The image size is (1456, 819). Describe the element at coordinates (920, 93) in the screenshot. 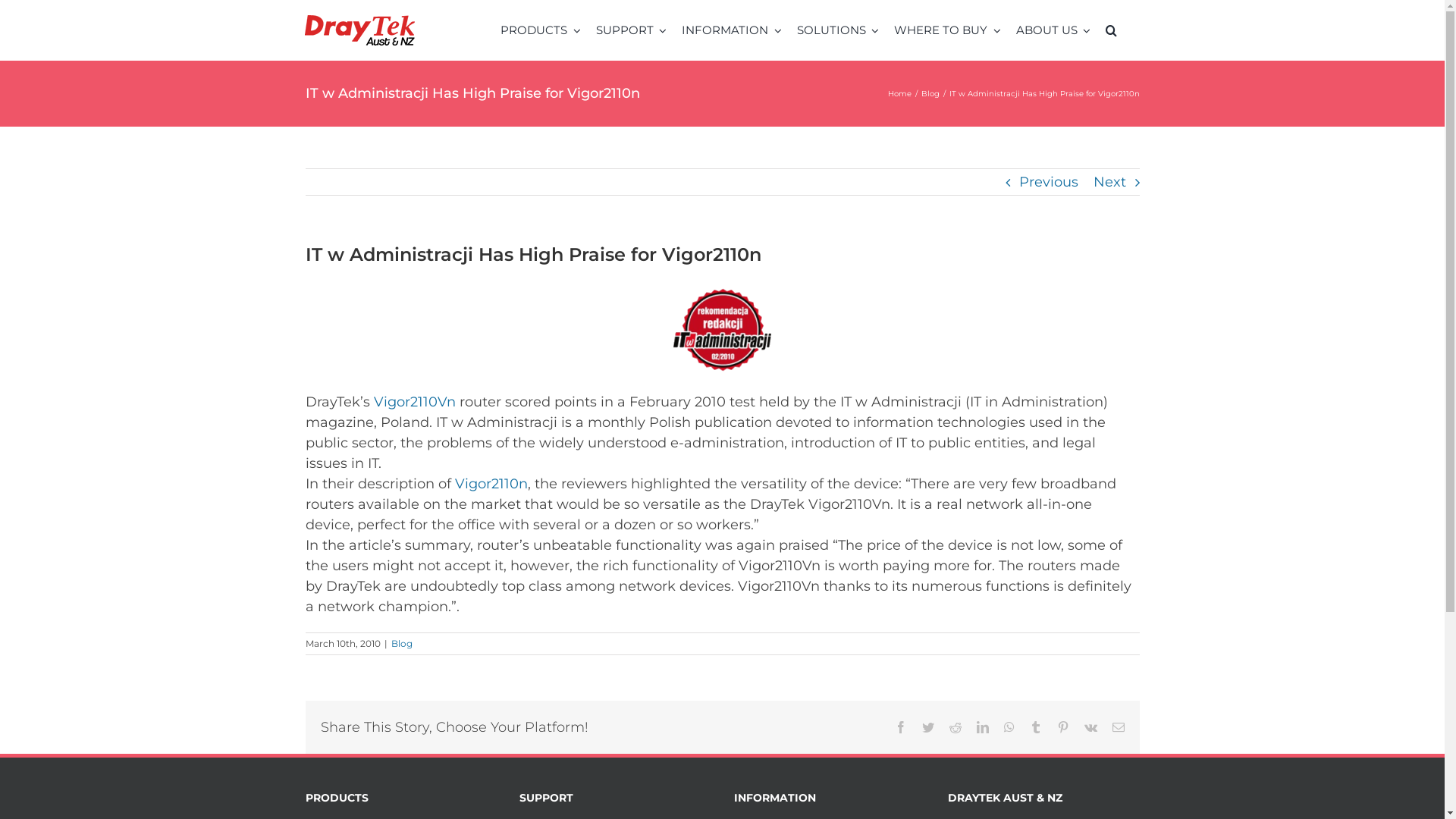

I see `'Blog'` at that location.